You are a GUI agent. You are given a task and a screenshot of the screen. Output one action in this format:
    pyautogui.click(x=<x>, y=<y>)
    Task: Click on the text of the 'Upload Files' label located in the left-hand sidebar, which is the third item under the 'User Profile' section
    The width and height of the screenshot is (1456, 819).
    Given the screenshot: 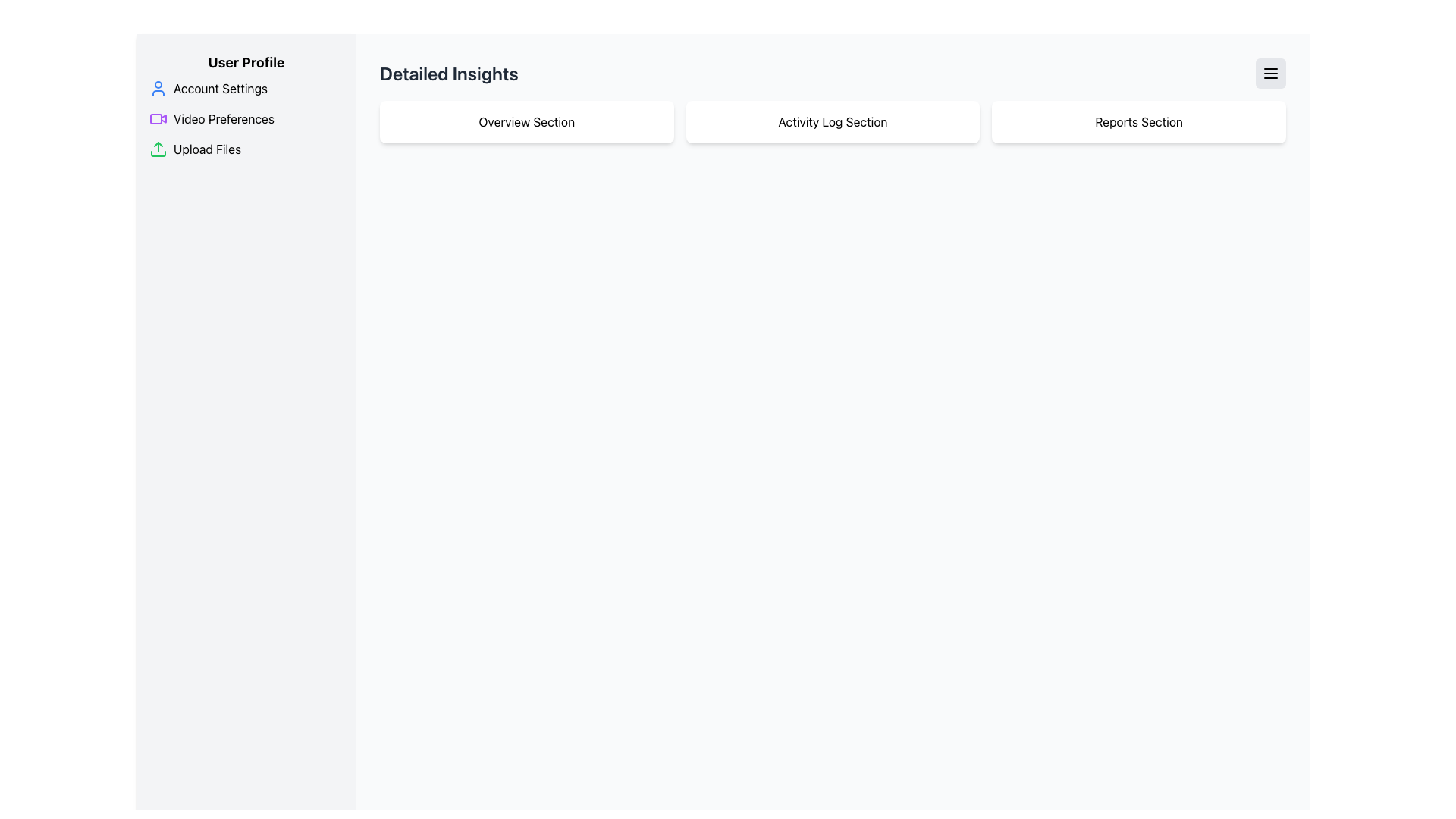 What is the action you would take?
    pyautogui.click(x=206, y=149)
    